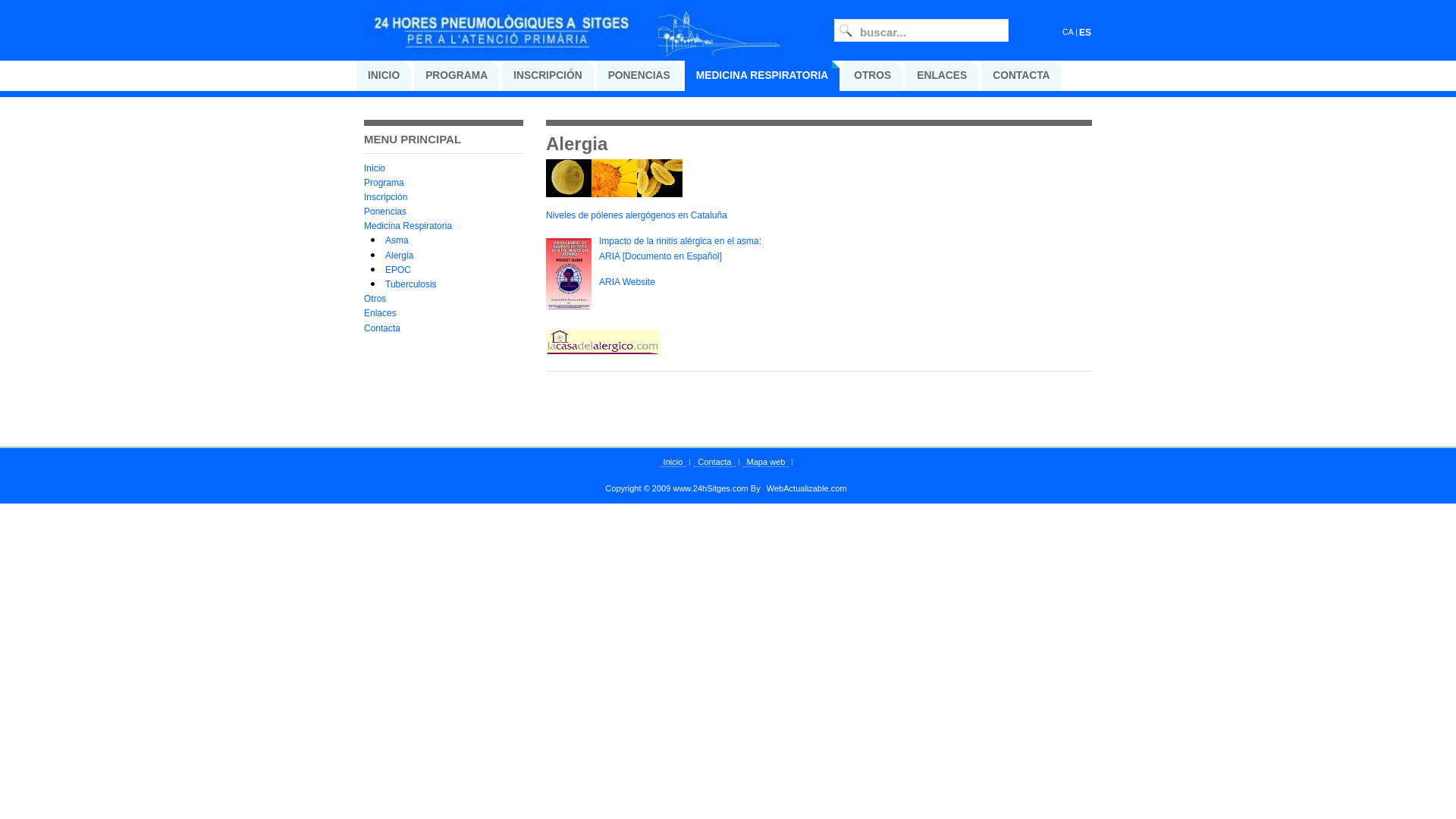  I want to click on 'Mapa web', so click(742, 461).